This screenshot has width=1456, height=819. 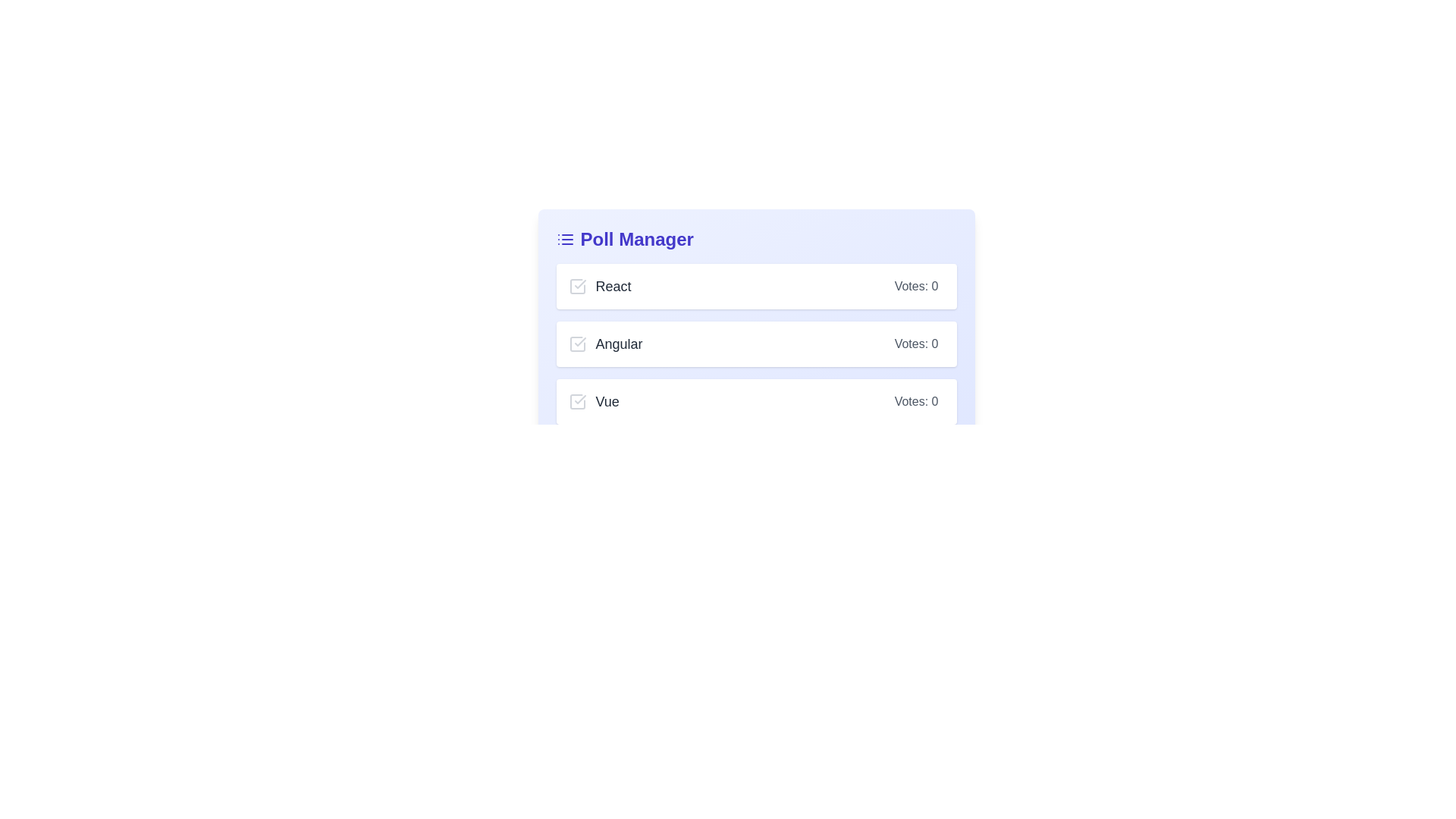 What do you see at coordinates (576, 400) in the screenshot?
I see `the outlined square checkbox icon with a checkmark inside, located to the left of the text 'Vue'` at bounding box center [576, 400].